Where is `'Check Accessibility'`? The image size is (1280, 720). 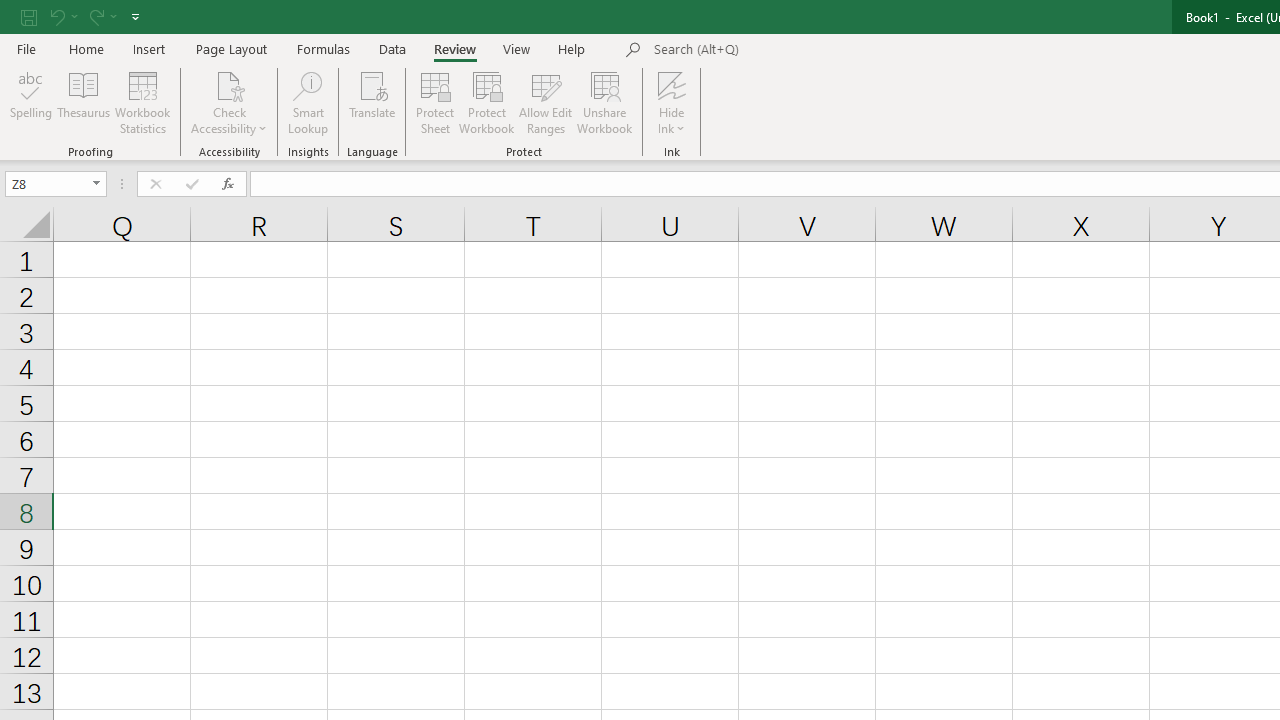 'Check Accessibility' is located at coordinates (229, 84).